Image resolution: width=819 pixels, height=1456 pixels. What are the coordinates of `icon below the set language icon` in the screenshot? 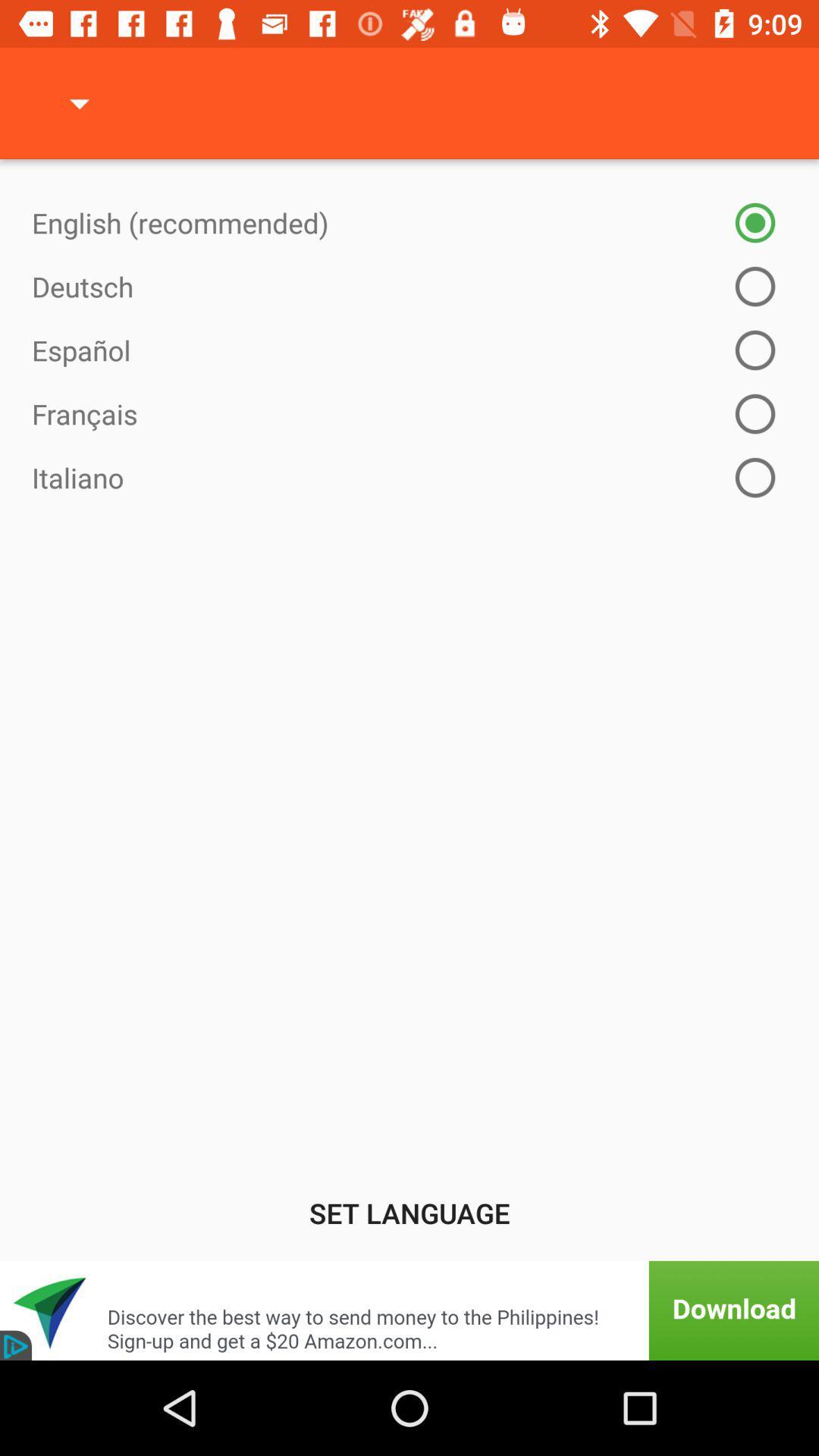 It's located at (409, 1310).